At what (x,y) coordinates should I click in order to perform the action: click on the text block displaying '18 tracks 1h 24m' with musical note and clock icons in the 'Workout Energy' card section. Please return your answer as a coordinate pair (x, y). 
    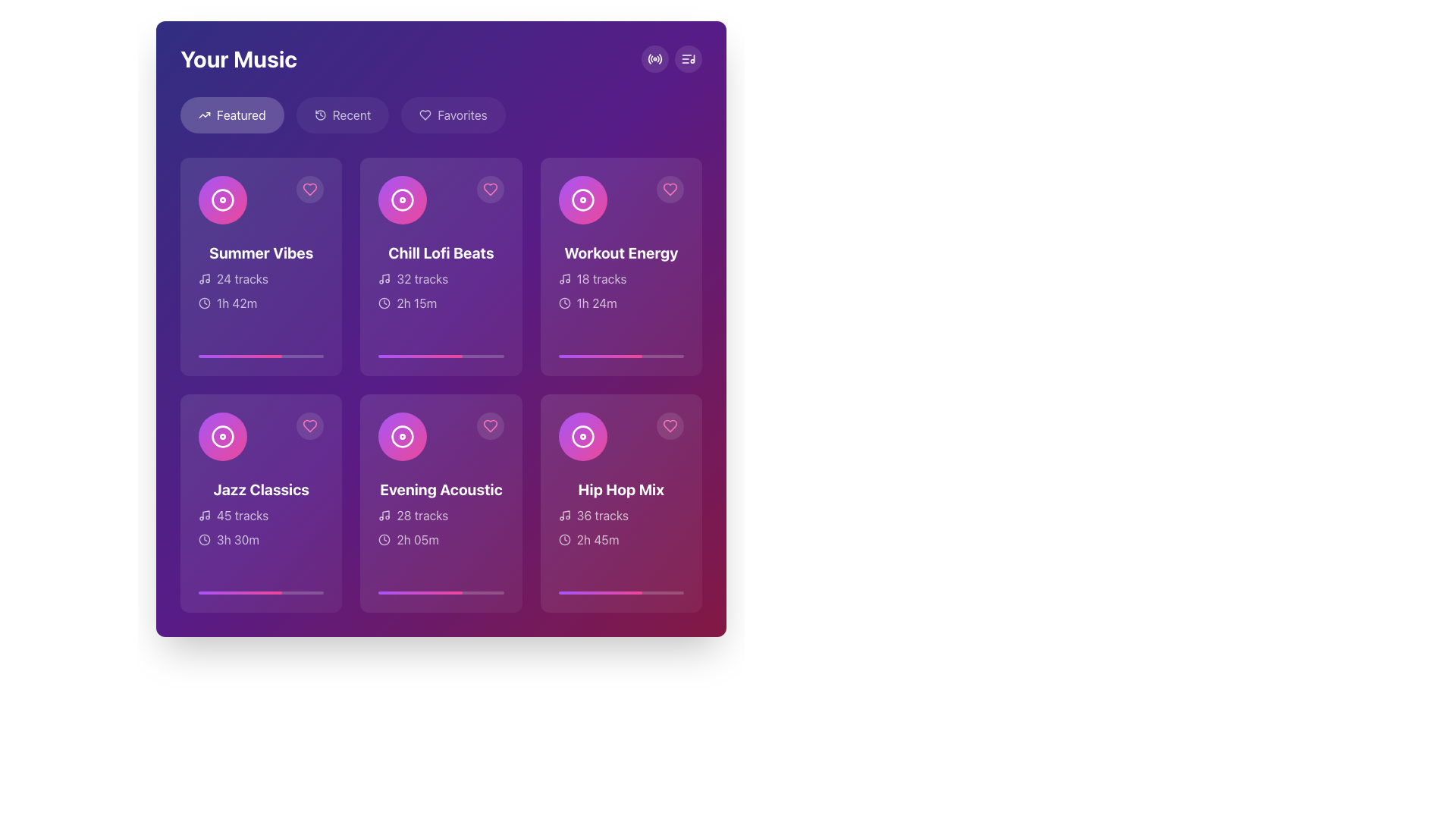
    Looking at the image, I should click on (621, 291).